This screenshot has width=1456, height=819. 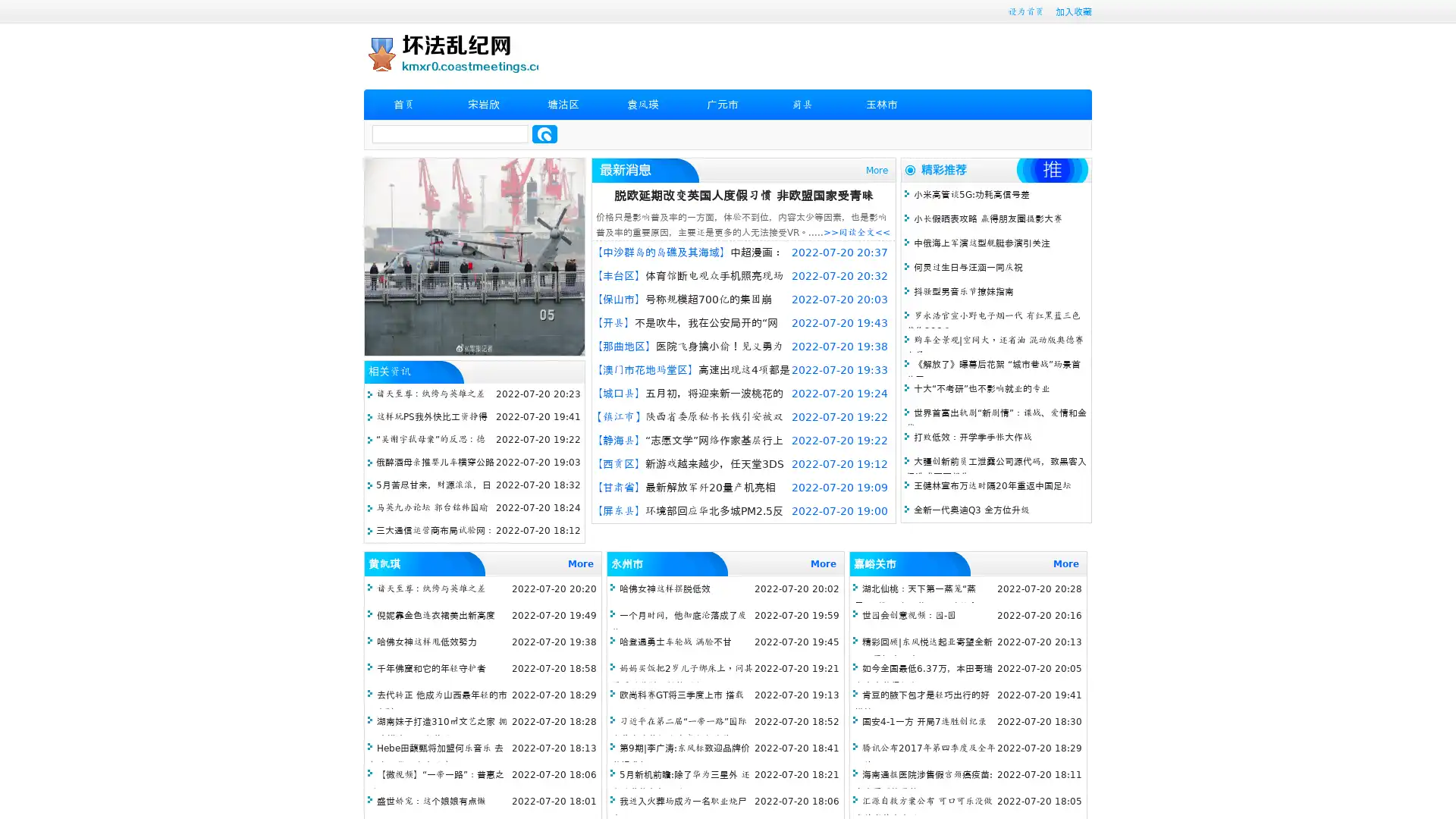 I want to click on Search, so click(x=544, y=133).